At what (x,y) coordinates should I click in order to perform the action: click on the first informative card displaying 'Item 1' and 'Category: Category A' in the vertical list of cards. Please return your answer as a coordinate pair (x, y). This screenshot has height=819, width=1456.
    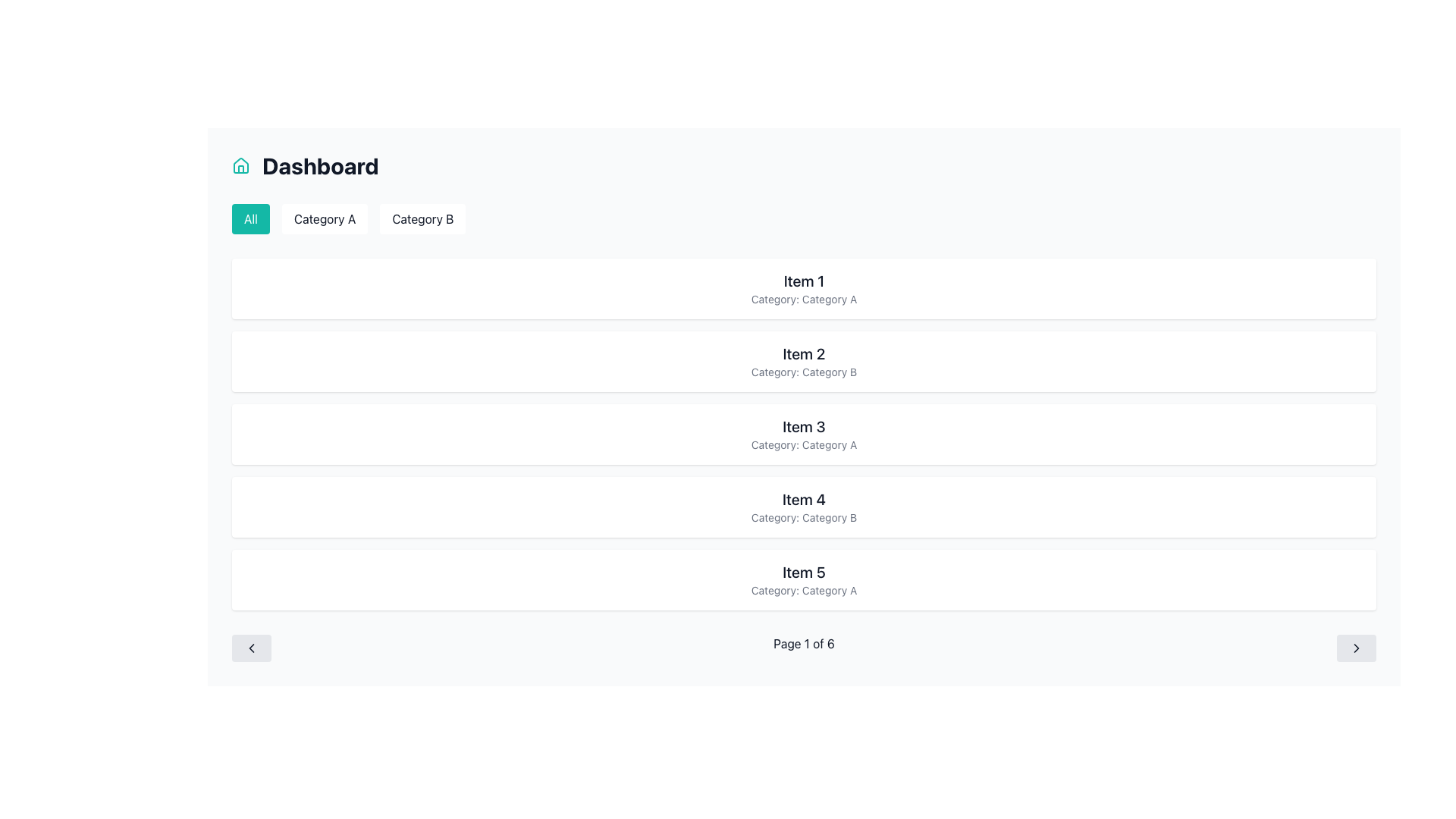
    Looking at the image, I should click on (803, 289).